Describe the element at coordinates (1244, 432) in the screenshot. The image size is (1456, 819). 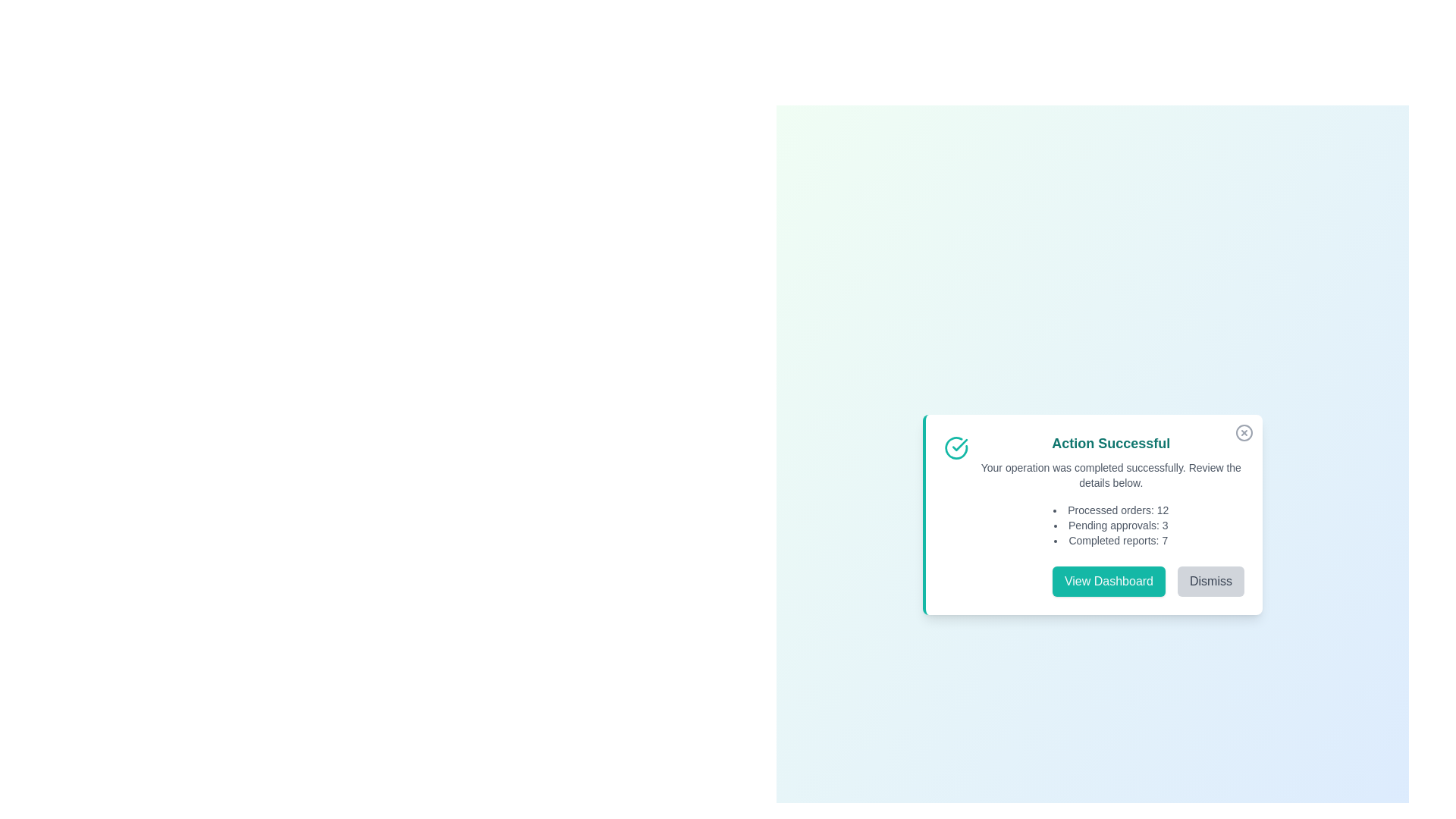
I see `close button to dismiss the notification` at that location.